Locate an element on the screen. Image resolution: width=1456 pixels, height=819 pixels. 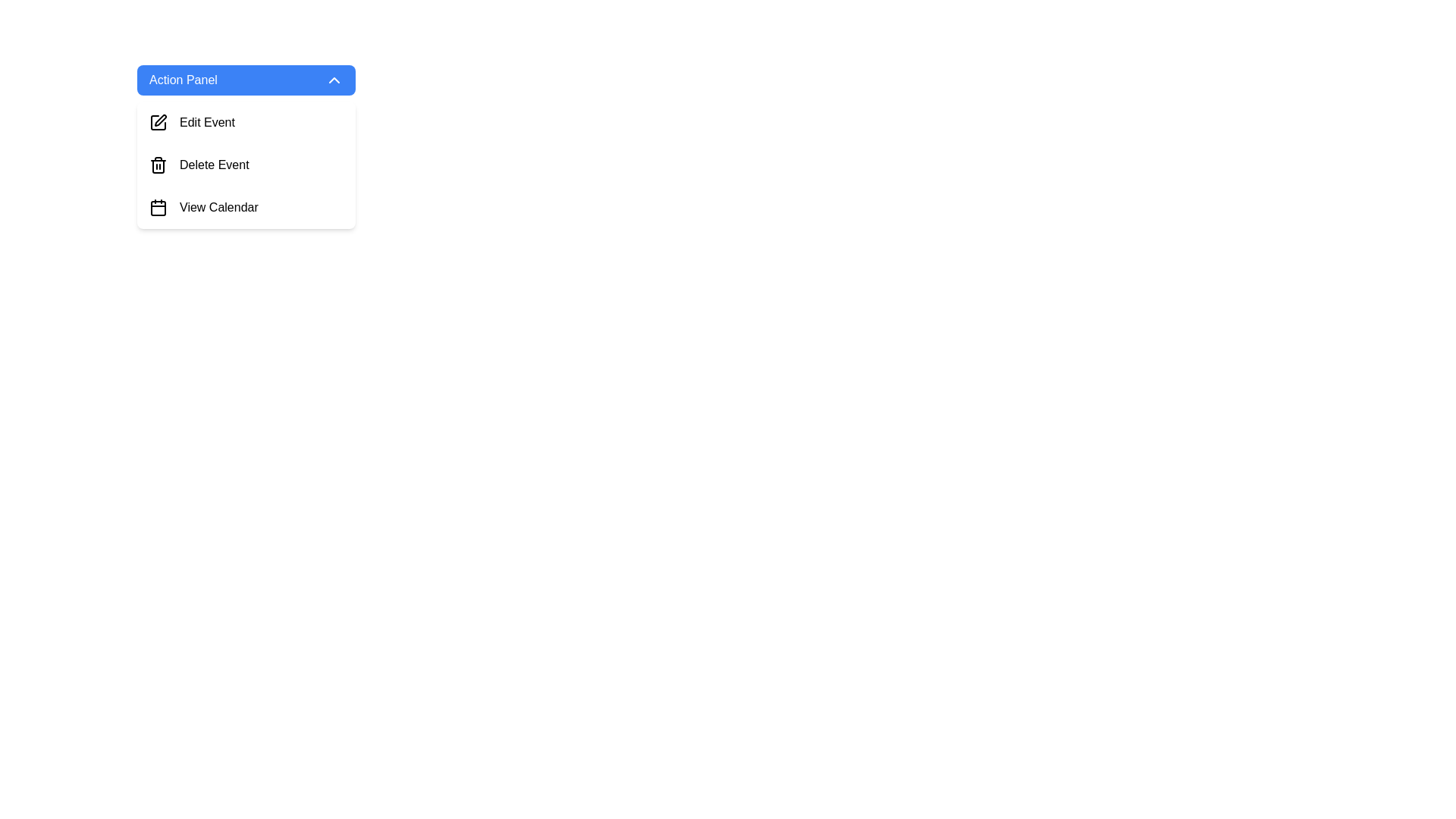
the toggle button at the top of the dropdown menu is located at coordinates (246, 80).